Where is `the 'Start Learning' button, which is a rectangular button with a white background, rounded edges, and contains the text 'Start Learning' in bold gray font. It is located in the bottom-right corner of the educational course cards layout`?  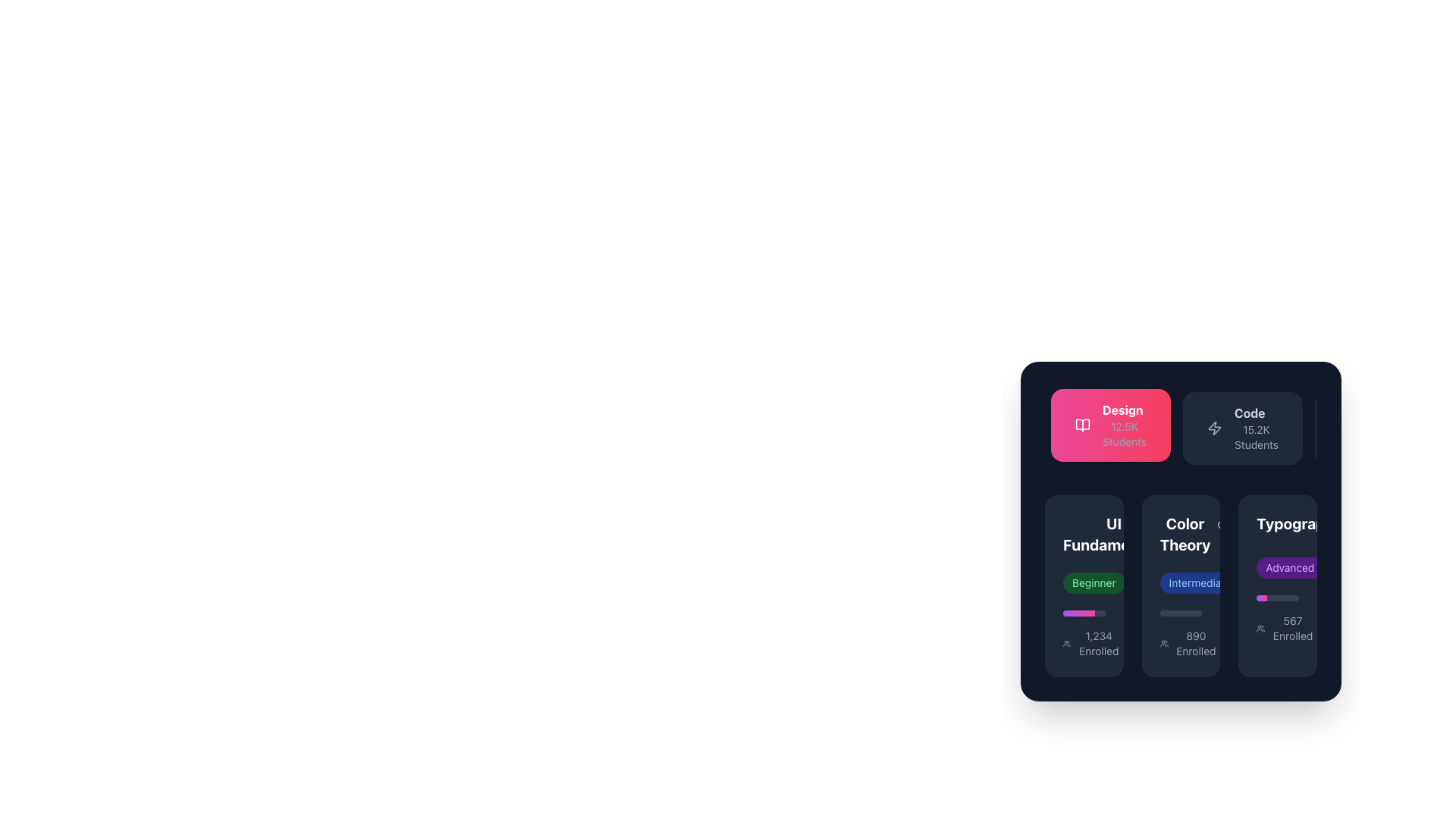
the 'Start Learning' button, which is a rectangular button with a white background, rounded edges, and contains the text 'Start Learning' in bold gray font. It is located in the bottom-right corner of the educational course cards layout is located at coordinates (1277, 585).